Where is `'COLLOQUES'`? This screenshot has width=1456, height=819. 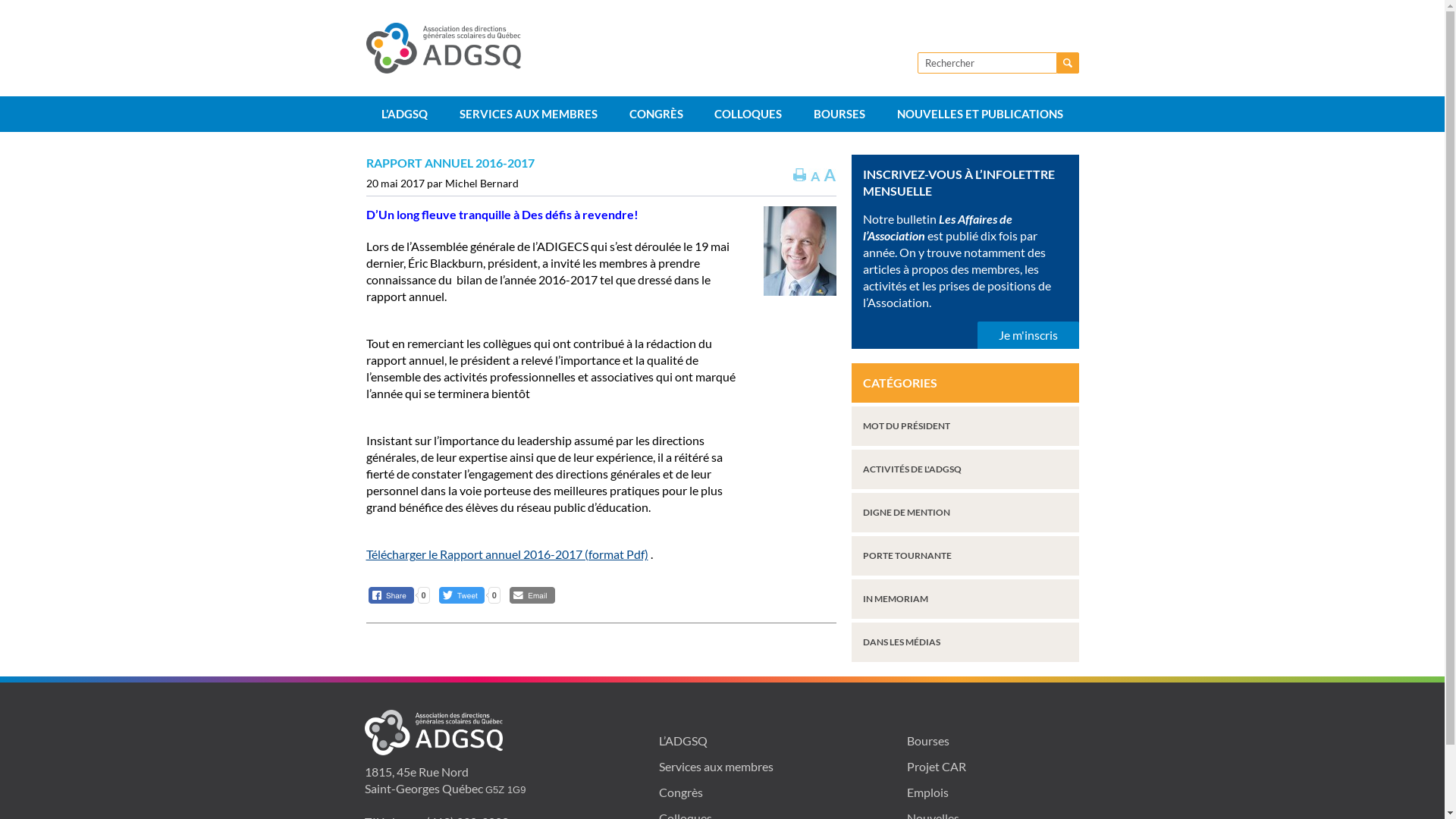 'COLLOQUES' is located at coordinates (748, 113).